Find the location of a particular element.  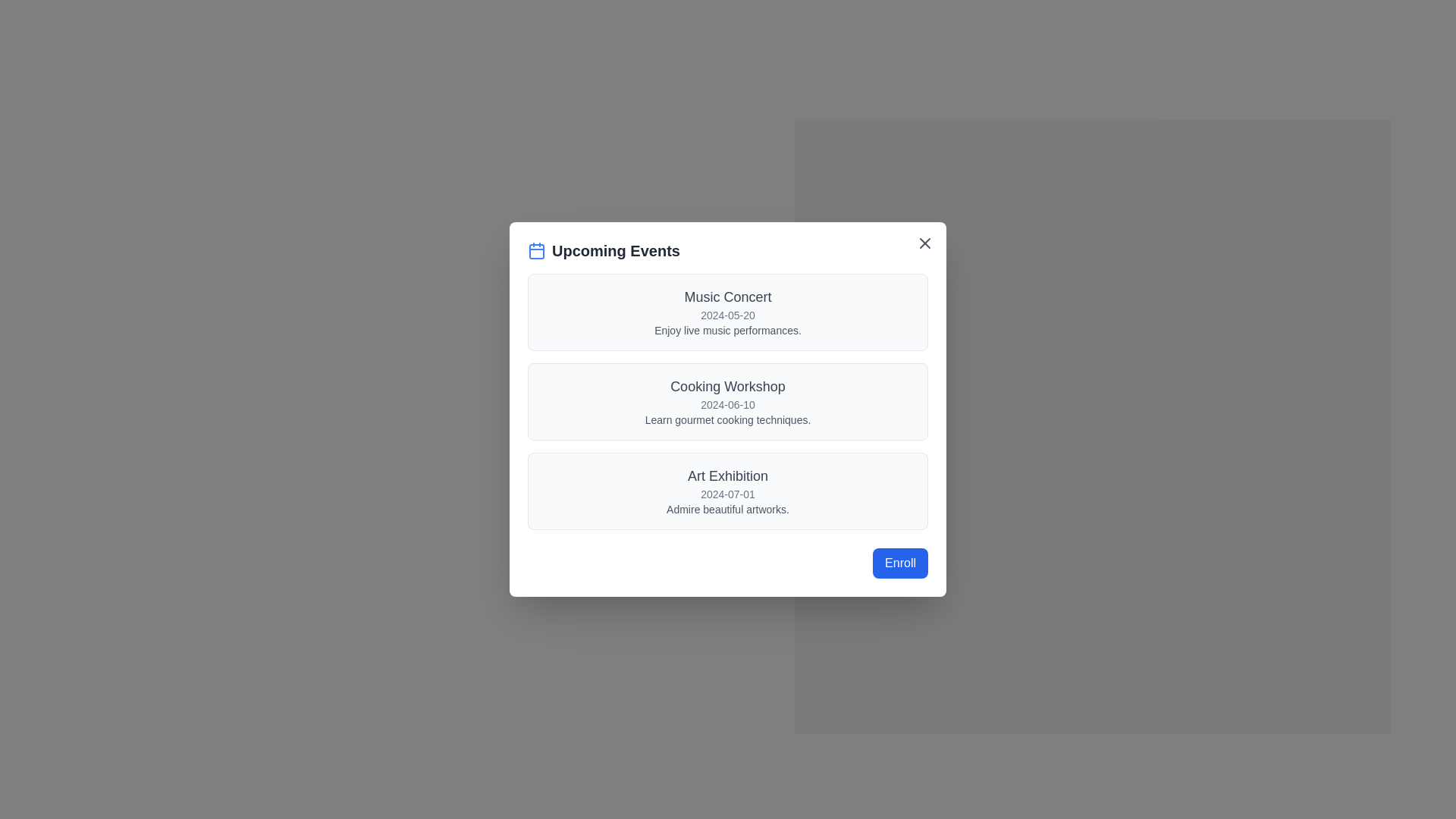

the Text label that serves as the title of an event, located in the second panel of the event list within a centered modal is located at coordinates (728, 385).